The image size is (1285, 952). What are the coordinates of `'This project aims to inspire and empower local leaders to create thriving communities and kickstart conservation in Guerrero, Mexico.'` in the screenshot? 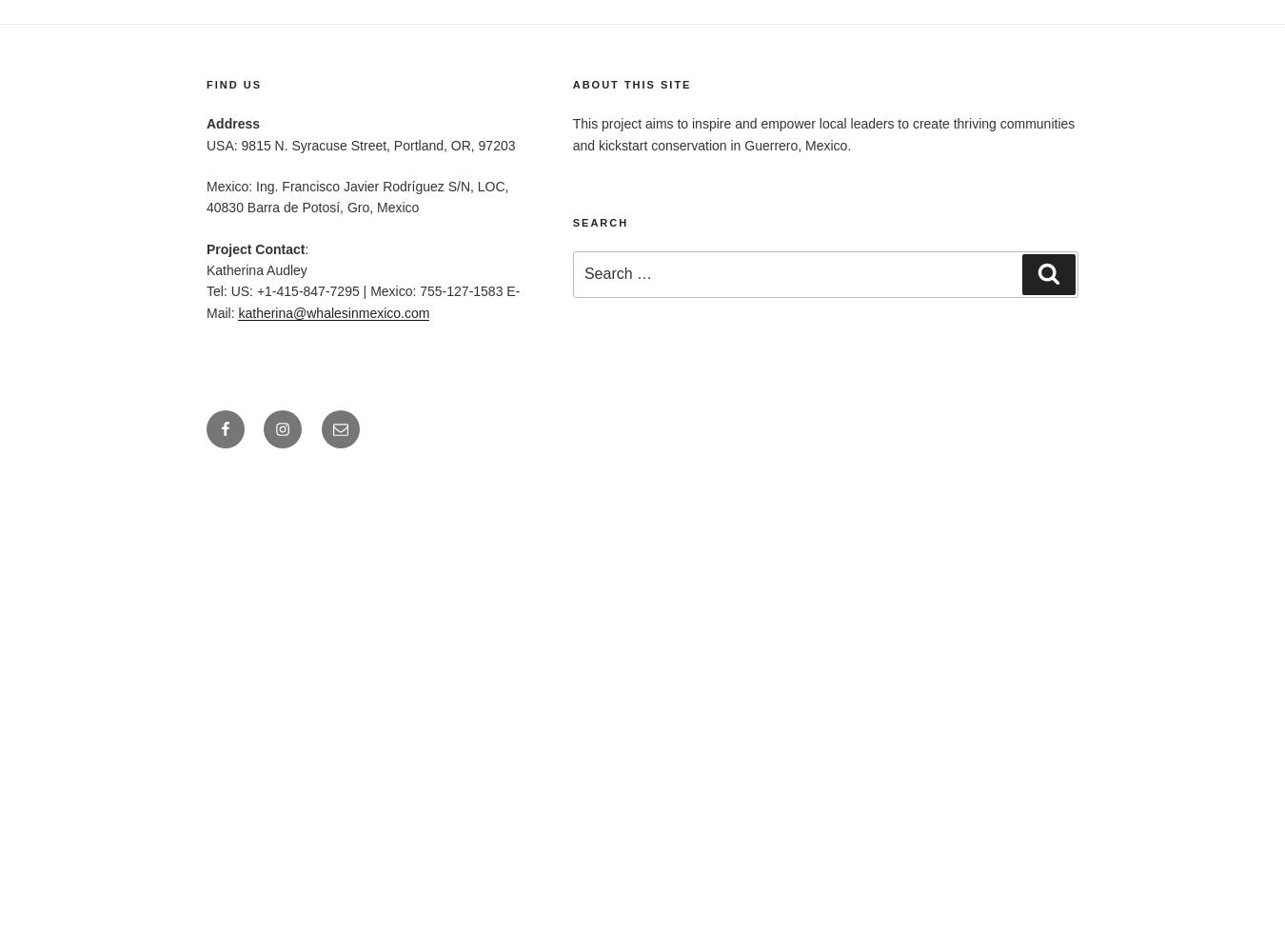 It's located at (822, 134).